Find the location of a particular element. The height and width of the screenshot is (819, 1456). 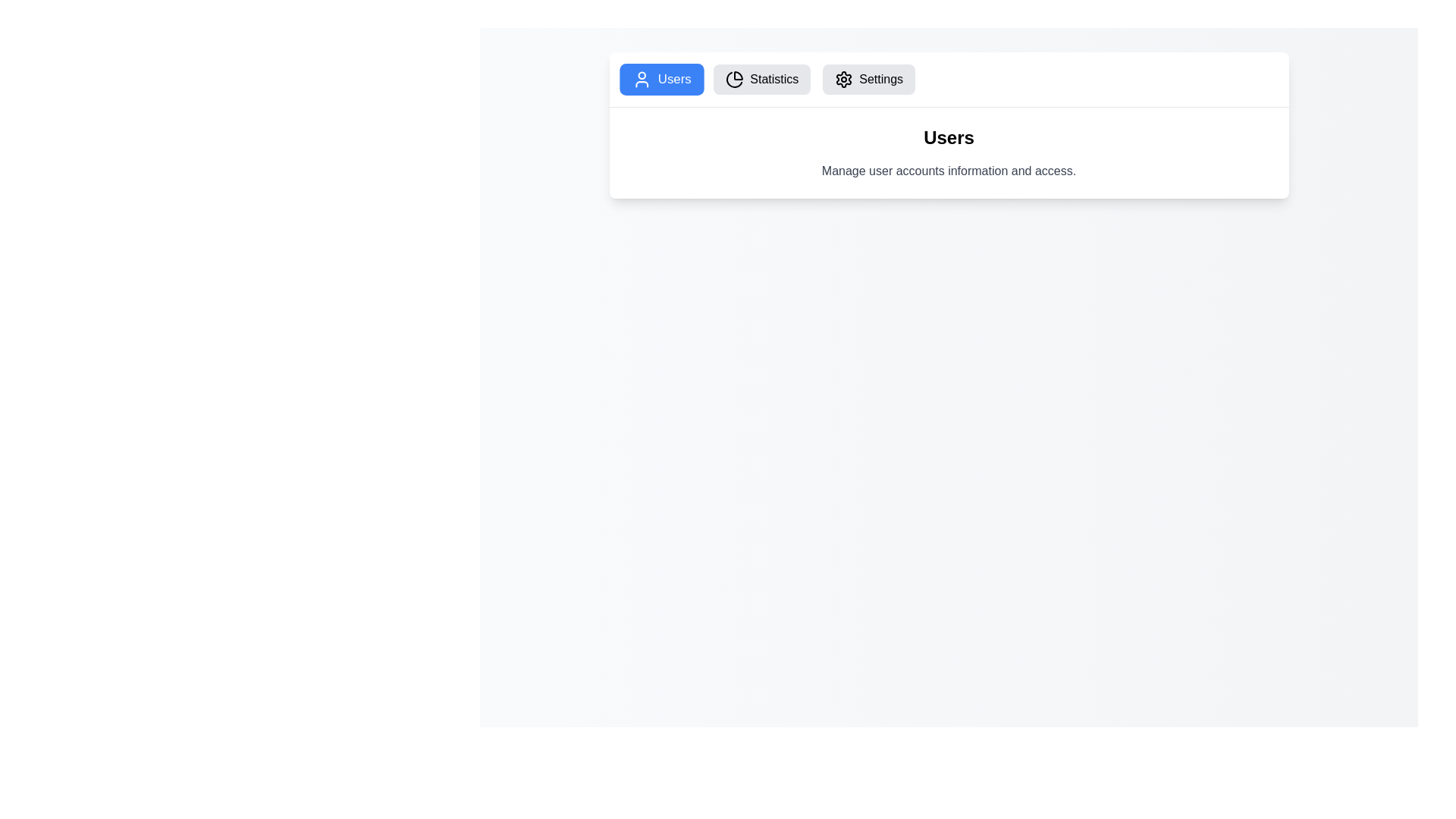

the 'Statistics' text label within the interactive button located is located at coordinates (774, 79).